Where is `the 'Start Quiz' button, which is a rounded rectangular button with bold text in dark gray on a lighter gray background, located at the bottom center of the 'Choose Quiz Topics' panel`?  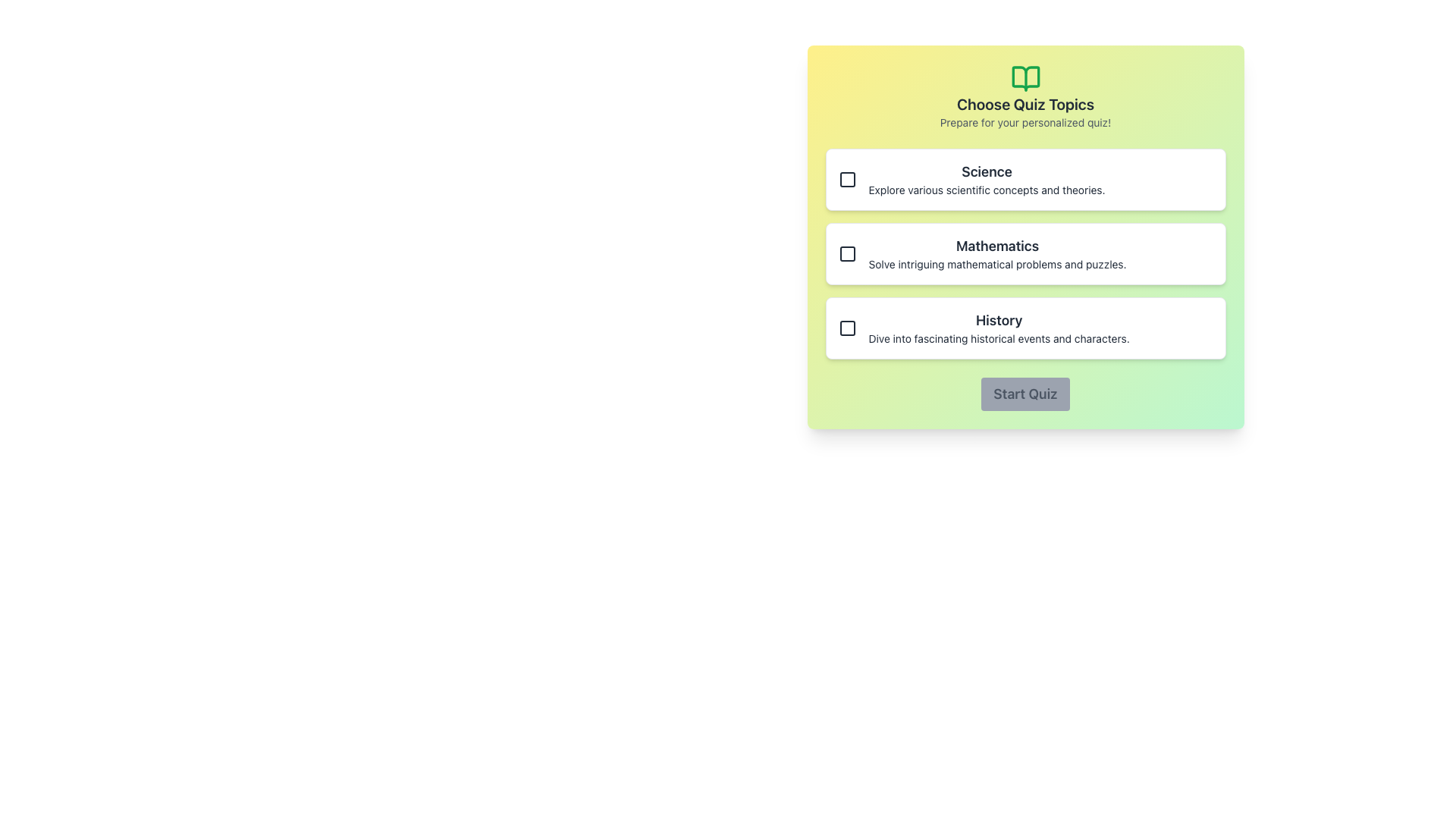
the 'Start Quiz' button, which is a rounded rectangular button with bold text in dark gray on a lighter gray background, located at the bottom center of the 'Choose Quiz Topics' panel is located at coordinates (1025, 394).